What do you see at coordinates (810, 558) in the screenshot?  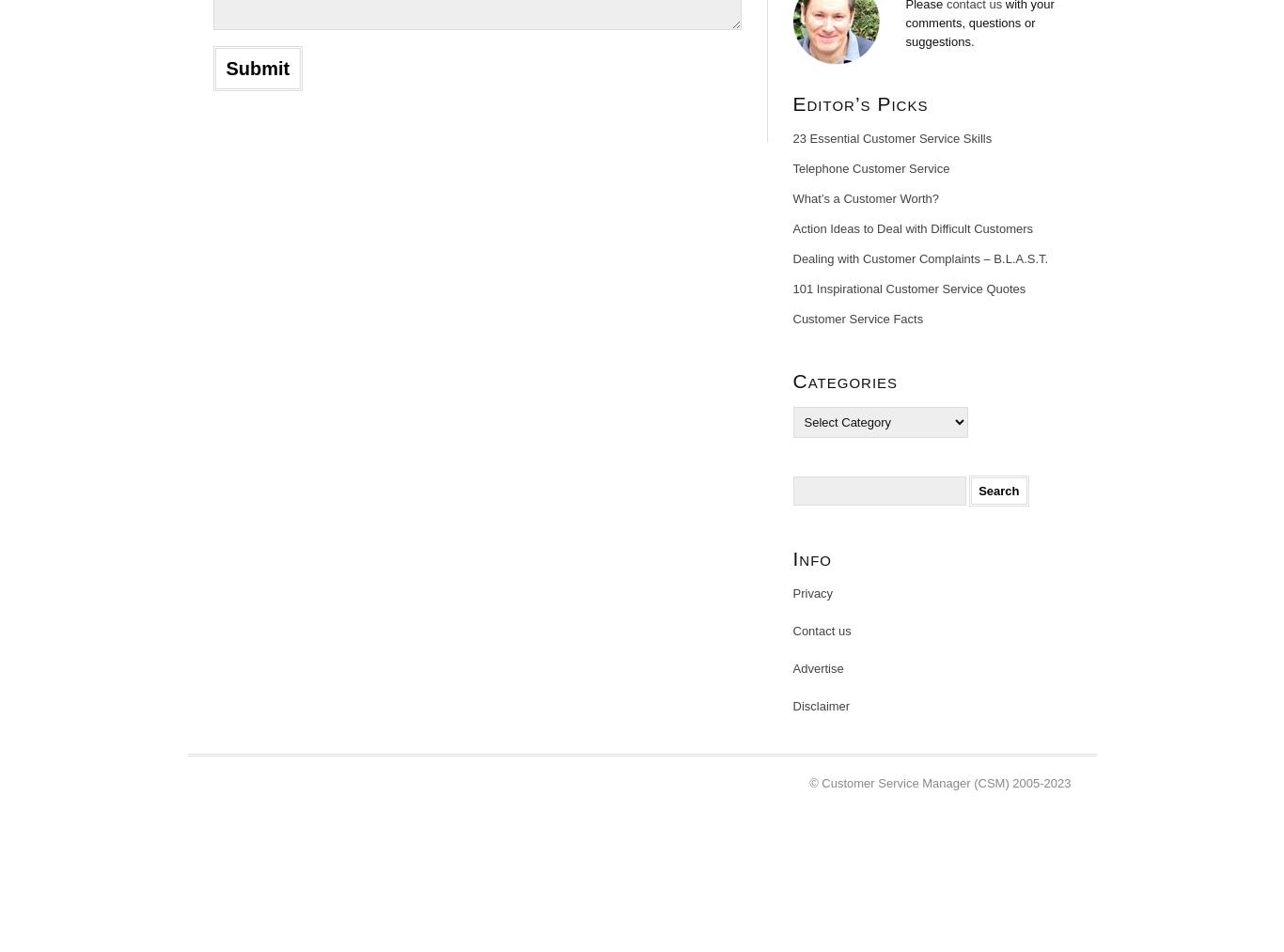 I see `'Info'` at bounding box center [810, 558].